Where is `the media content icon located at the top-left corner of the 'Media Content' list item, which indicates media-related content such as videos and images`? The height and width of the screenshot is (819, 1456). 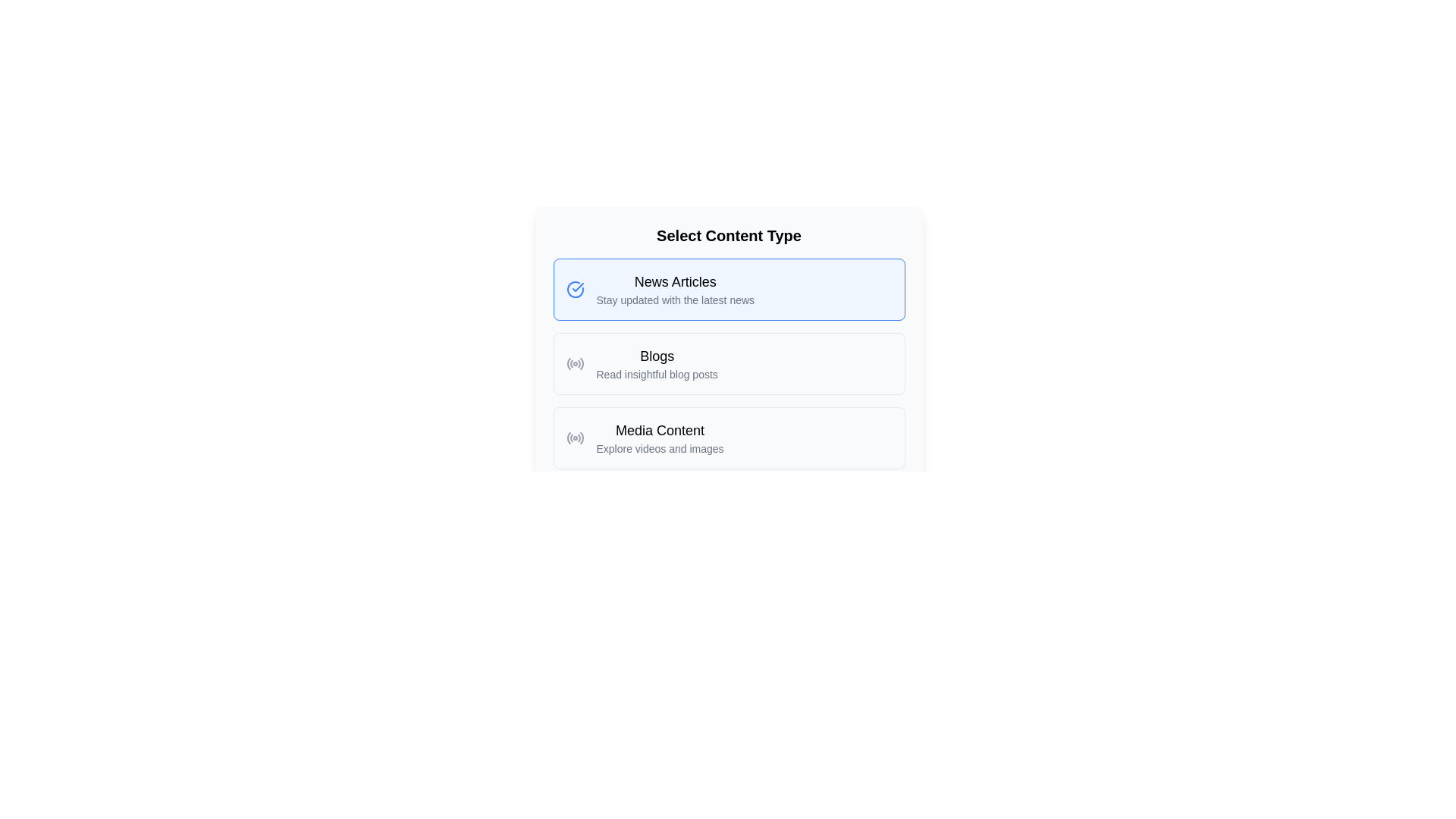
the media content icon located at the top-left corner of the 'Media Content' list item, which indicates media-related content such as videos and images is located at coordinates (574, 438).